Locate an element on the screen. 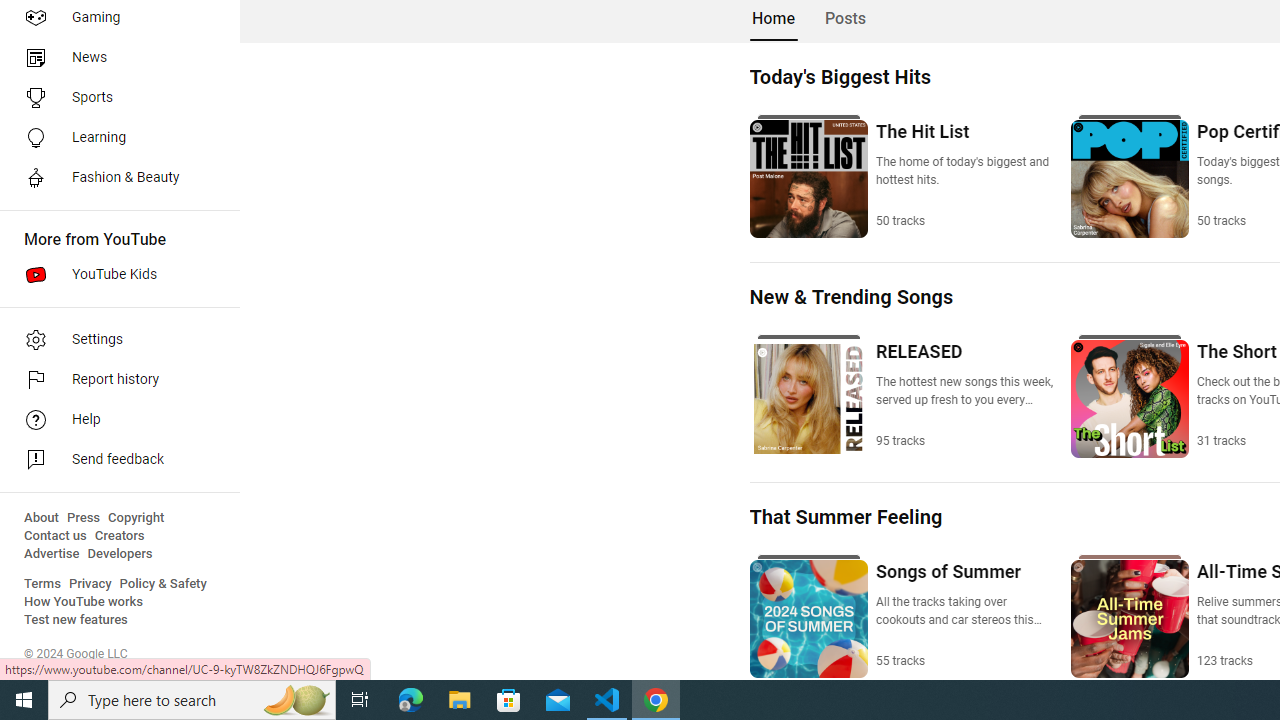 This screenshot has height=720, width=1280. 'YouTube Kids' is located at coordinates (112, 275).